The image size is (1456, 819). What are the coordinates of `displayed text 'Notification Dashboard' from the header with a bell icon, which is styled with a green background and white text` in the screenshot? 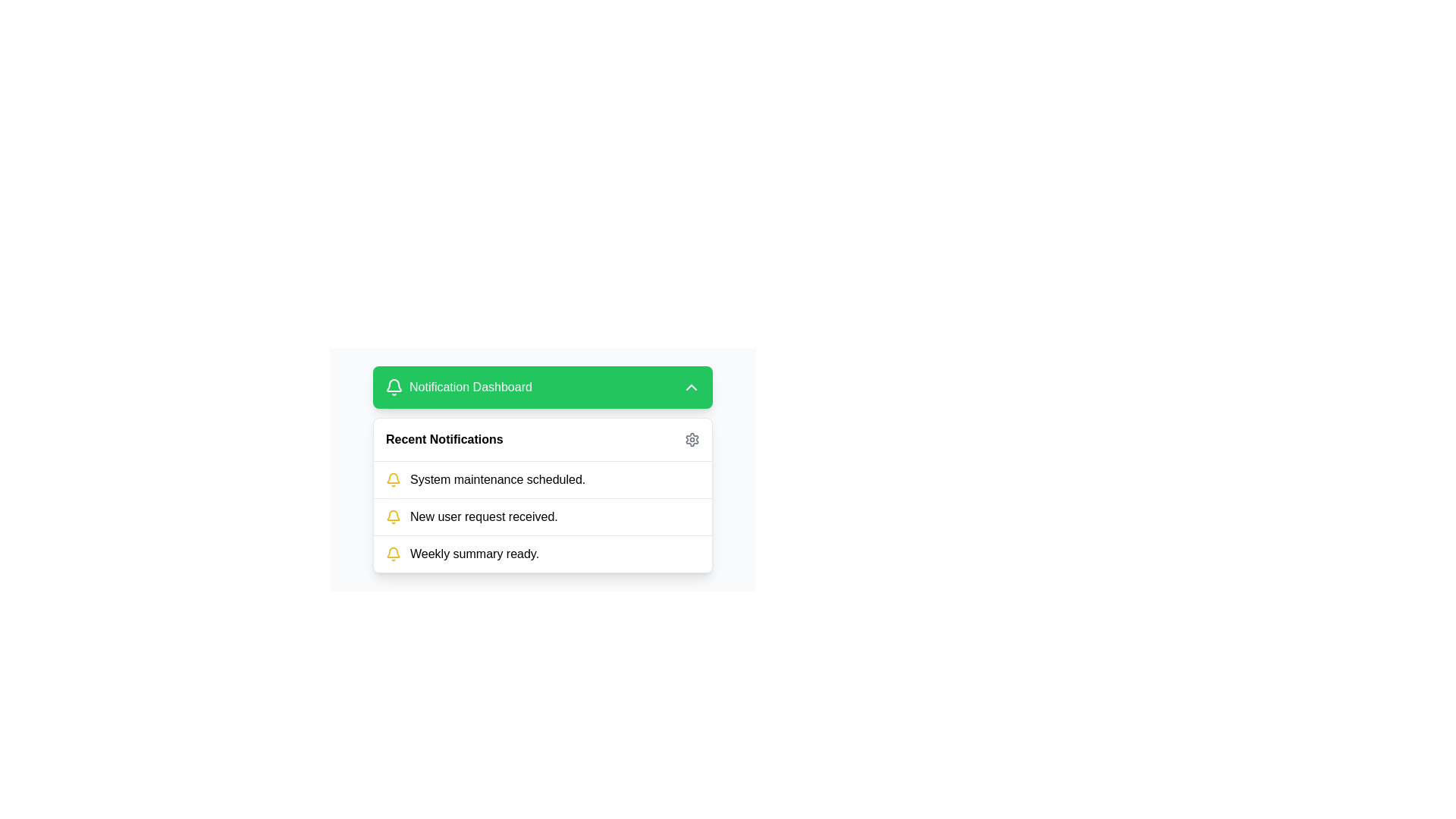 It's located at (457, 386).